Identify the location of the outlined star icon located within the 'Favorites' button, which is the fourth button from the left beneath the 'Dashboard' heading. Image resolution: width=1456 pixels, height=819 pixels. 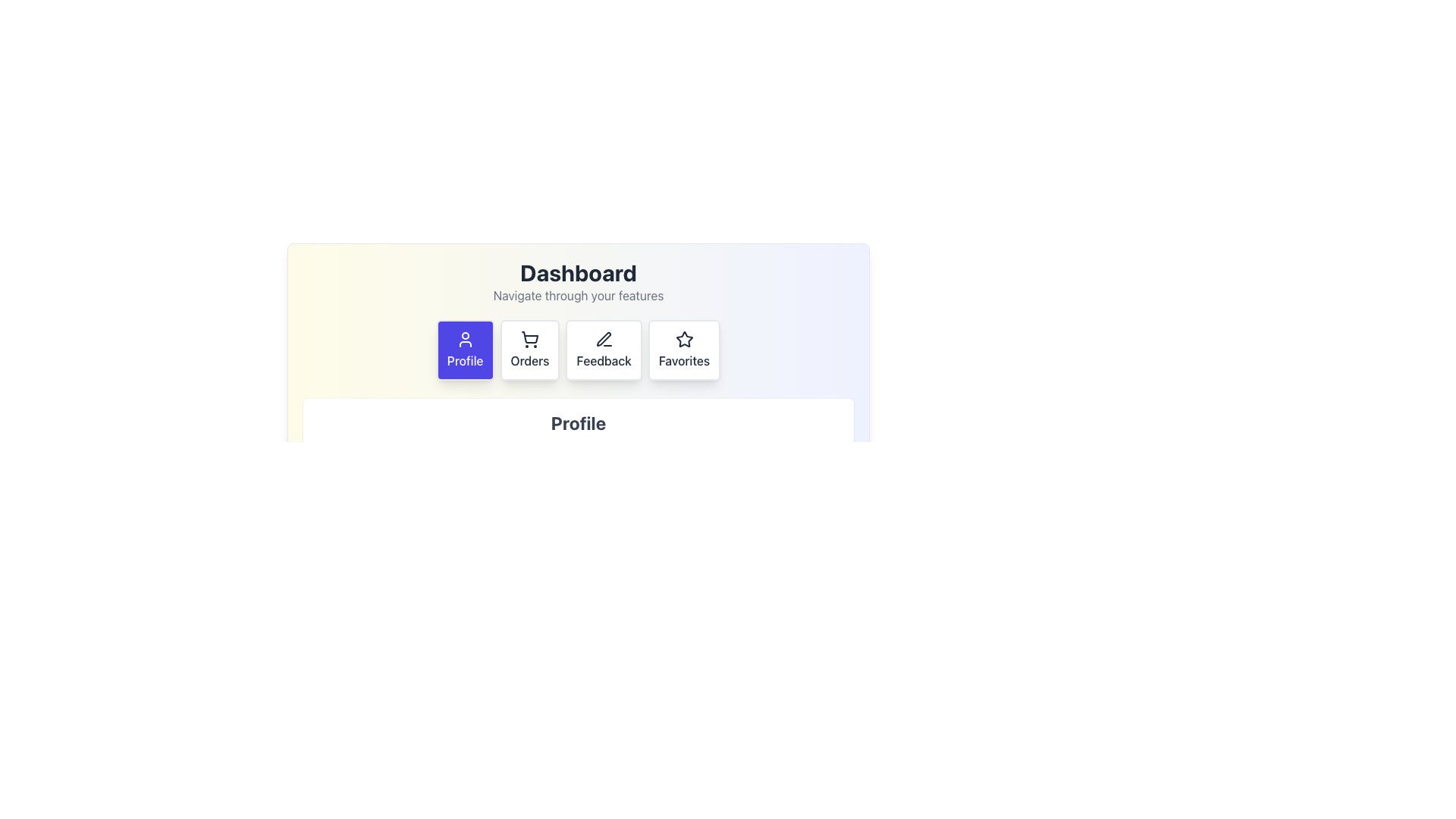
(683, 338).